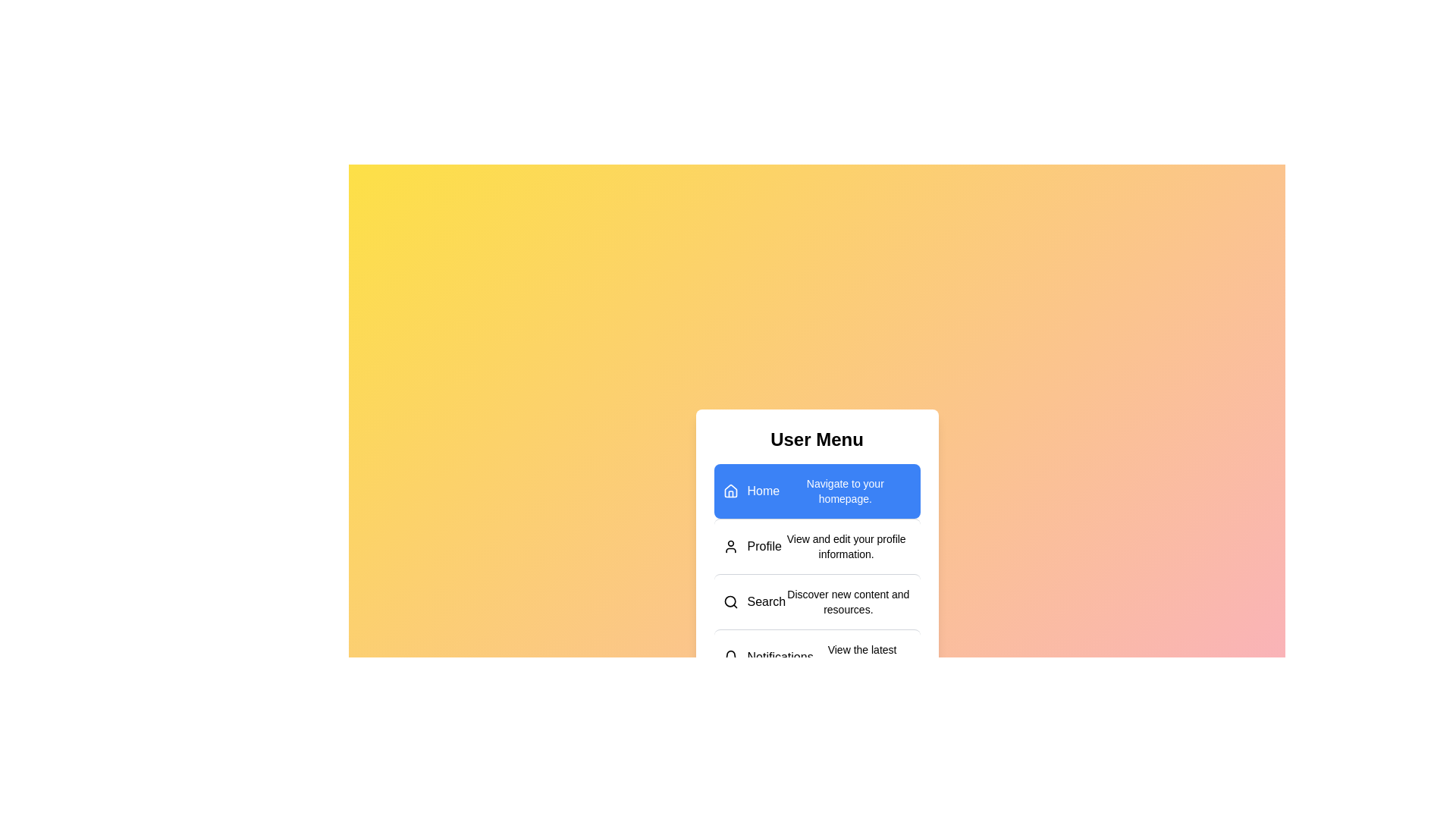 This screenshot has height=819, width=1456. What do you see at coordinates (816, 491) in the screenshot?
I see `the menu item labeled Home to change the selected option` at bounding box center [816, 491].